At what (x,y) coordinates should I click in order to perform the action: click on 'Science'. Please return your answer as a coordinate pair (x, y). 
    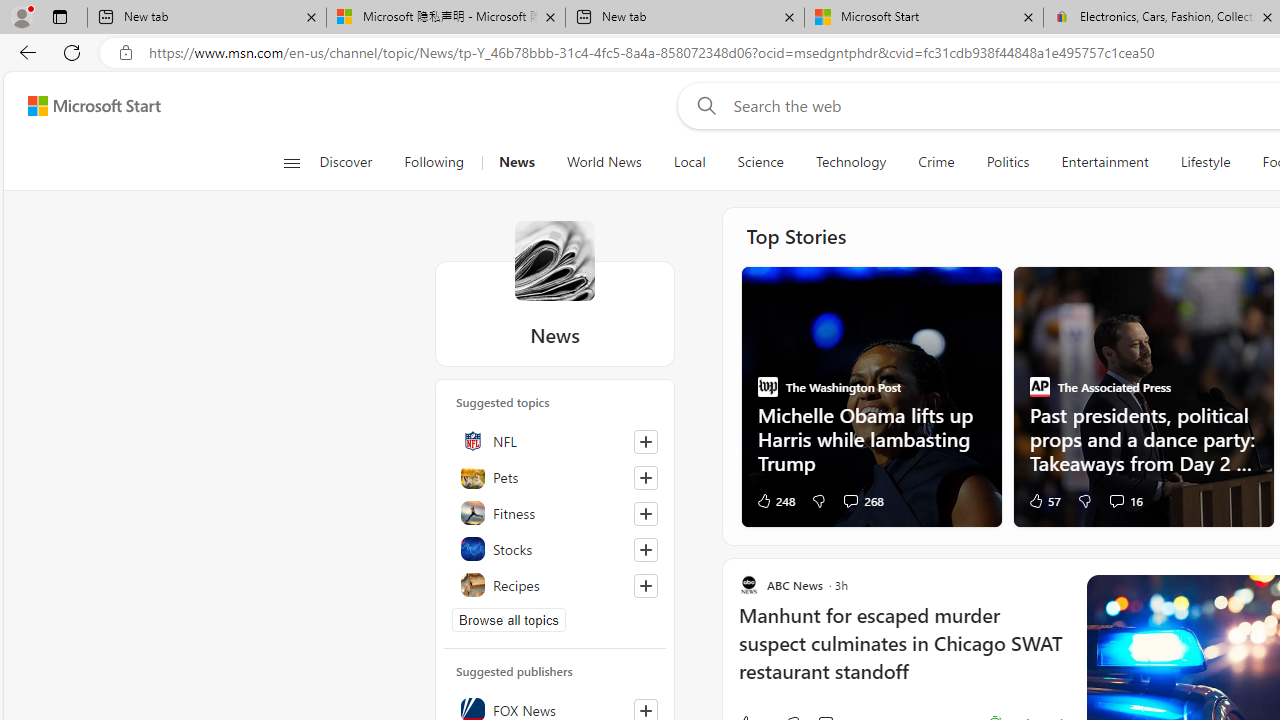
    Looking at the image, I should click on (759, 162).